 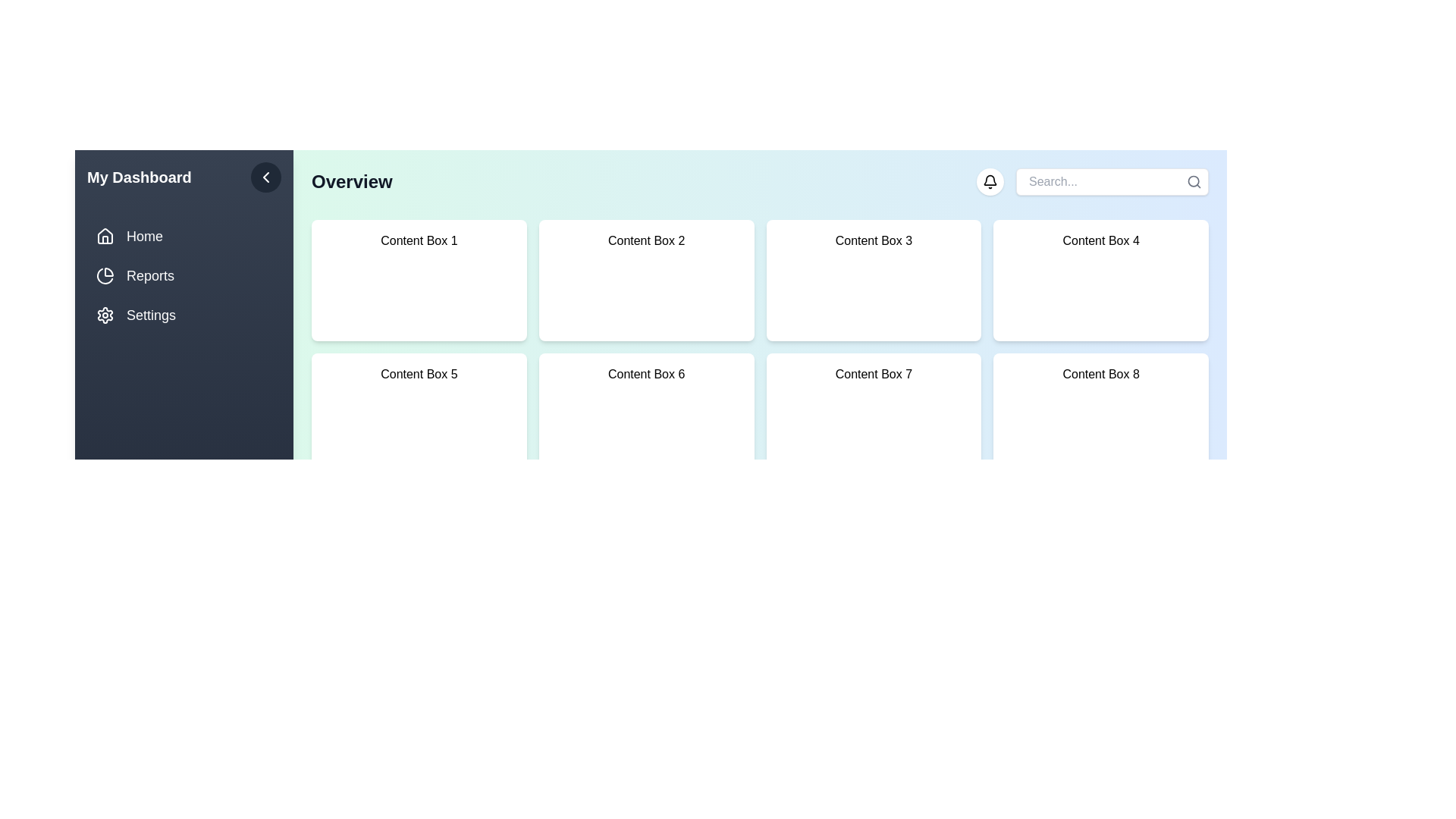 What do you see at coordinates (184, 275) in the screenshot?
I see `the navigation item Reports in the sidebar` at bounding box center [184, 275].